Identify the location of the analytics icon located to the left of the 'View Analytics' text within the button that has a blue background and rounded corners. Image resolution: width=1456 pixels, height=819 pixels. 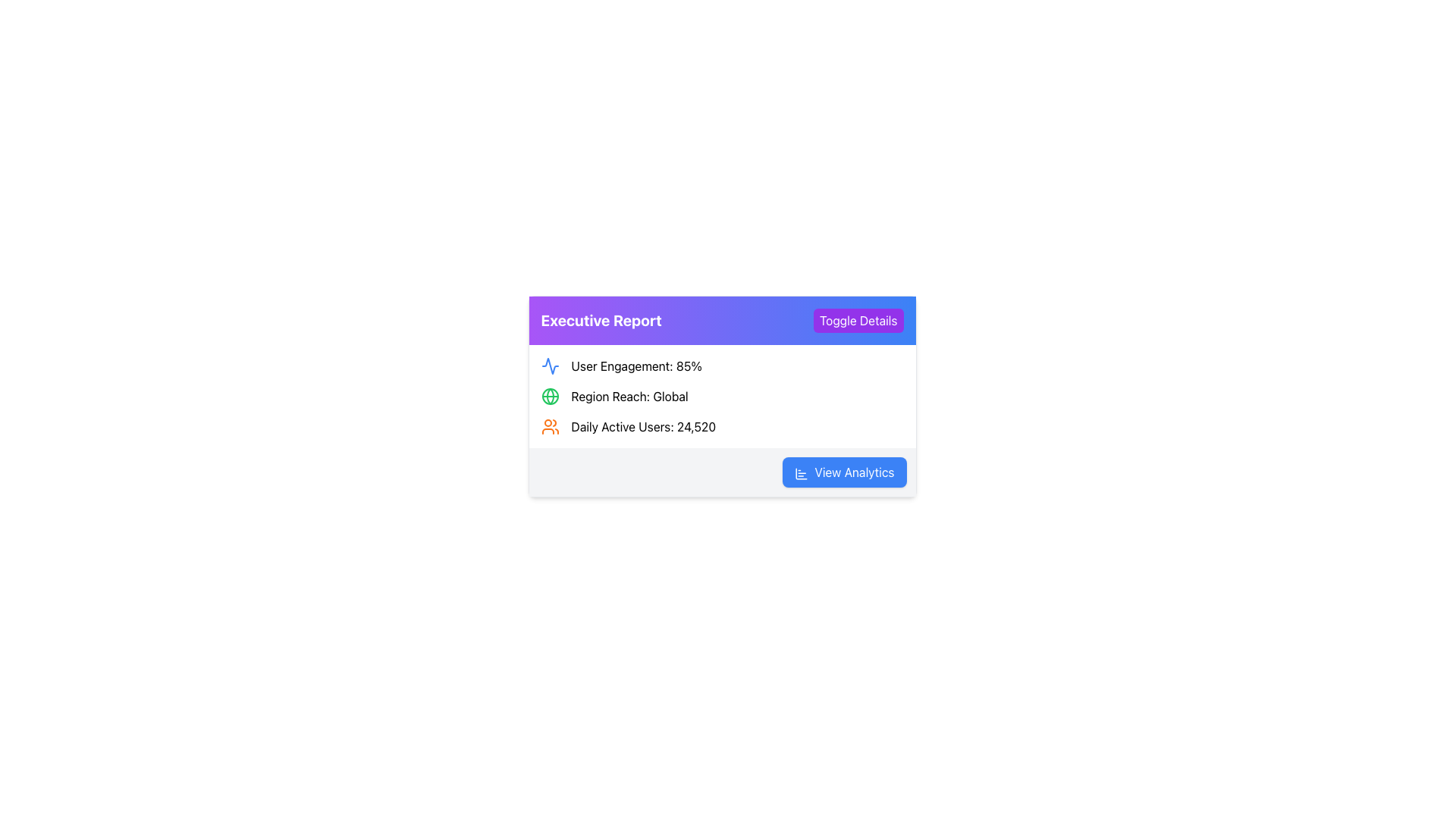
(801, 472).